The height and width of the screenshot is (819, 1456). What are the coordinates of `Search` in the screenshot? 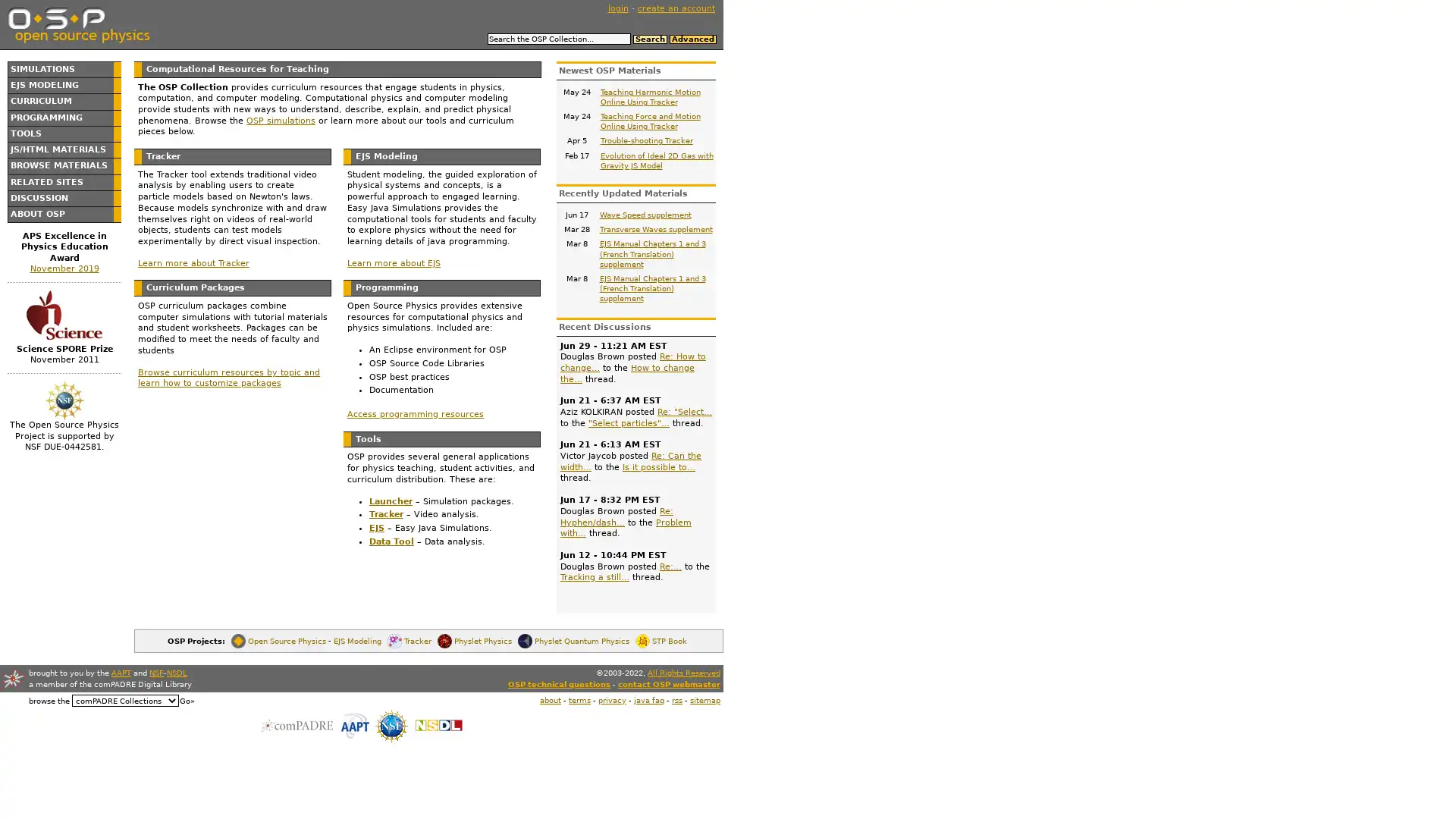 It's located at (649, 38).